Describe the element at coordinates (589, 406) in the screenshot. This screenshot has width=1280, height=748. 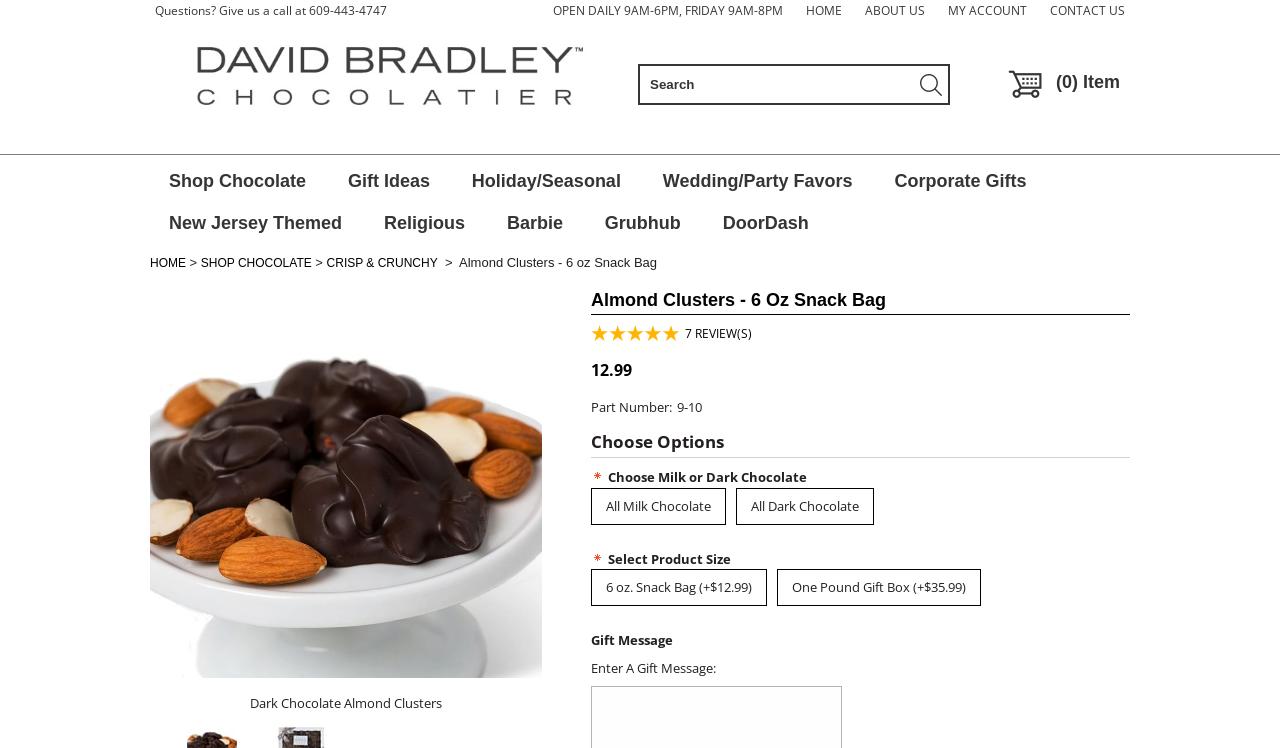
I see `'Part Number:'` at that location.